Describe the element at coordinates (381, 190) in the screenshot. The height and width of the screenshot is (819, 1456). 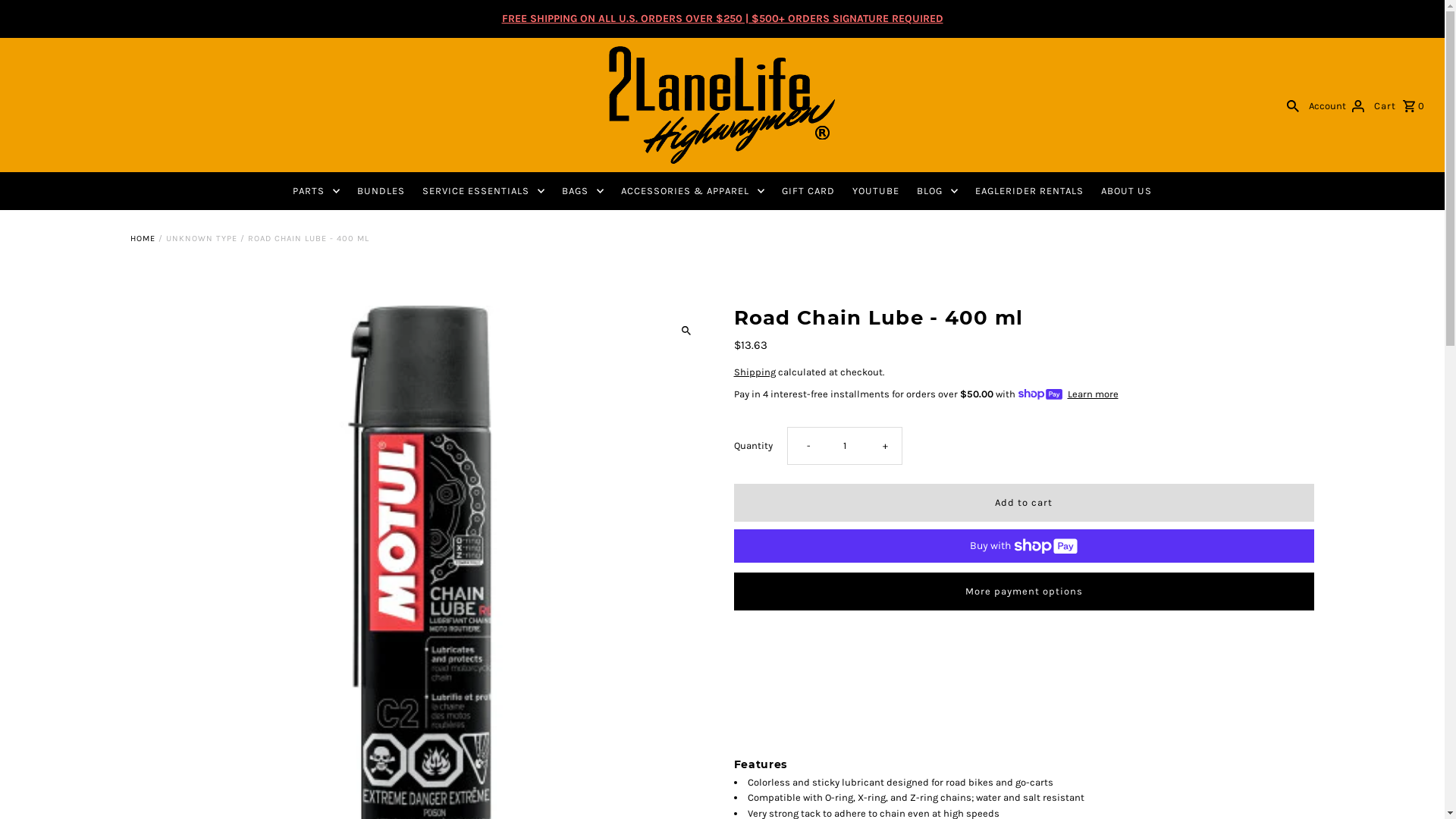
I see `'BUNDLES'` at that location.